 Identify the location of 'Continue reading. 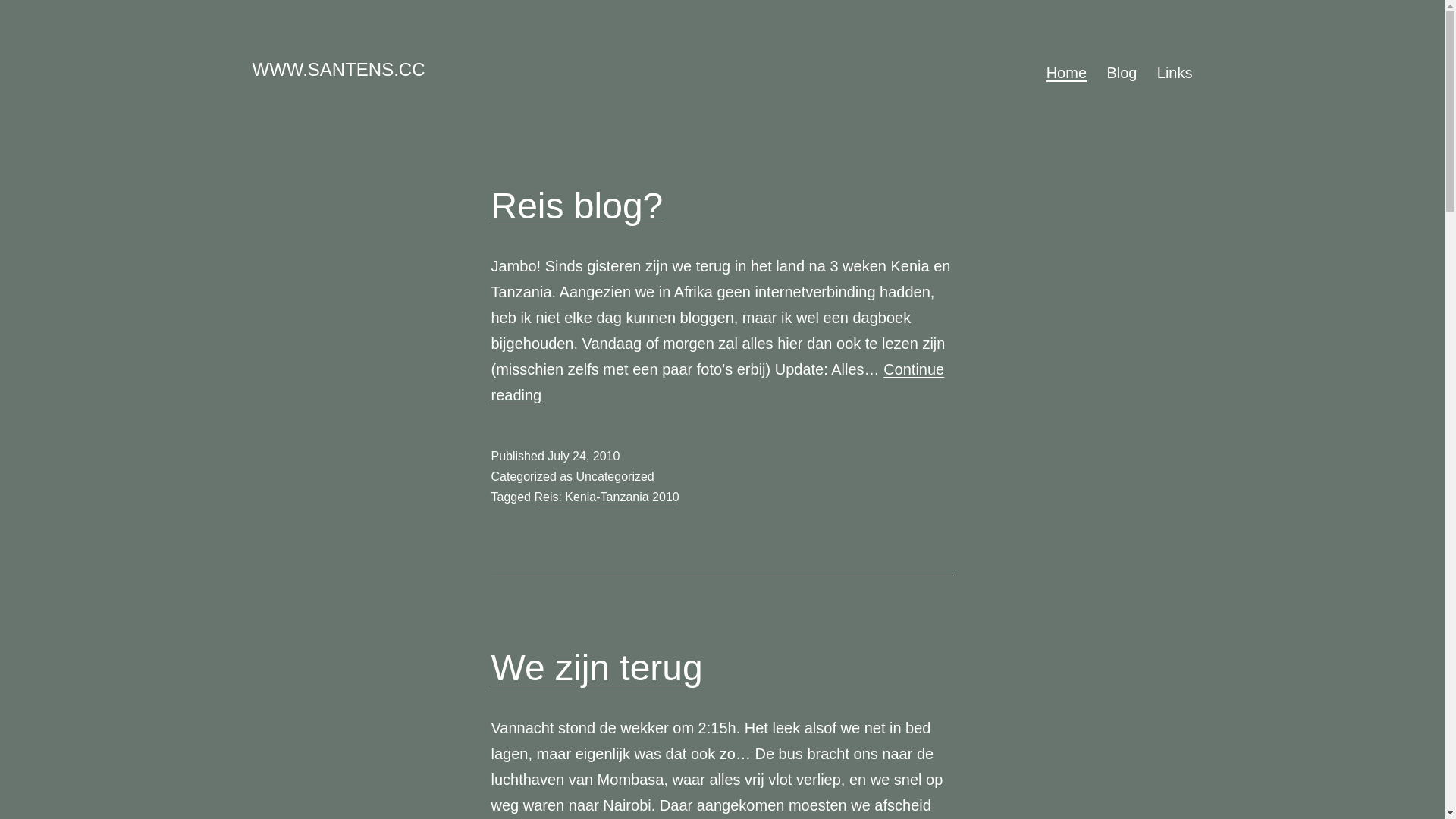
(717, 381).